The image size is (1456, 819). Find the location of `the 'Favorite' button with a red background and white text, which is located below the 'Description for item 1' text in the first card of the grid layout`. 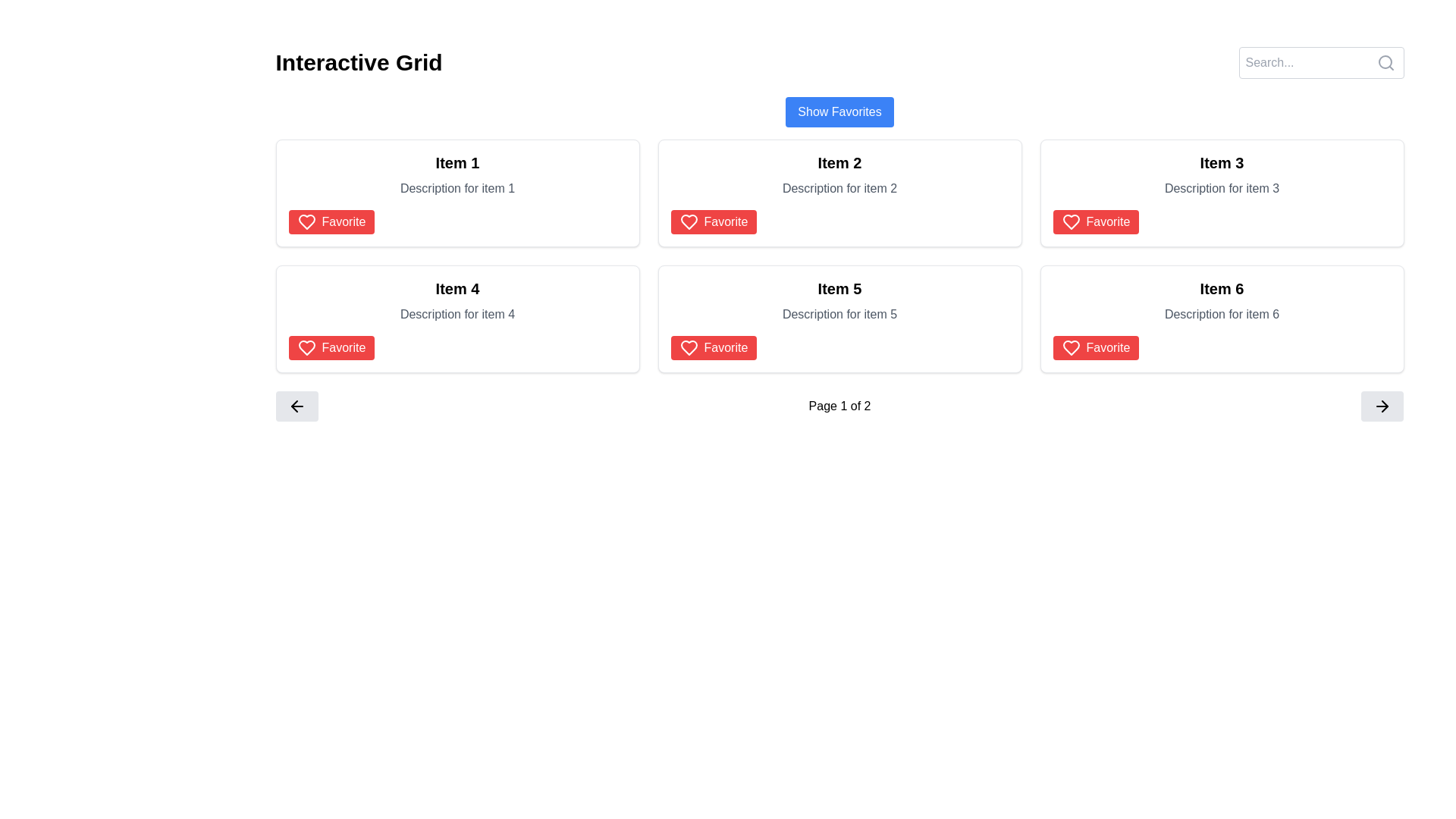

the 'Favorite' button with a red background and white text, which is located below the 'Description for item 1' text in the first card of the grid layout is located at coordinates (331, 222).